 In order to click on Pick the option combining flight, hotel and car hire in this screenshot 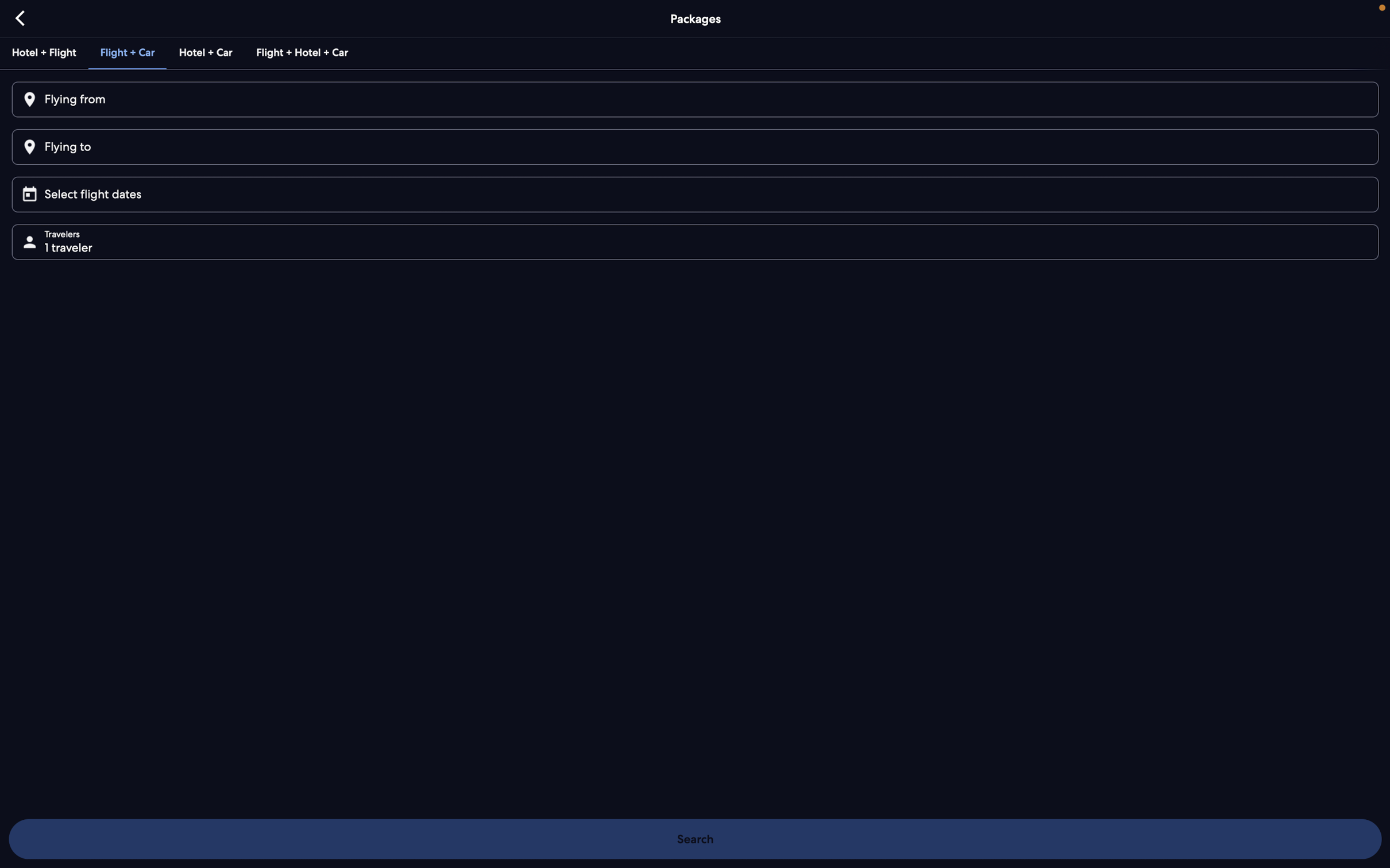, I will do `click(300, 52)`.